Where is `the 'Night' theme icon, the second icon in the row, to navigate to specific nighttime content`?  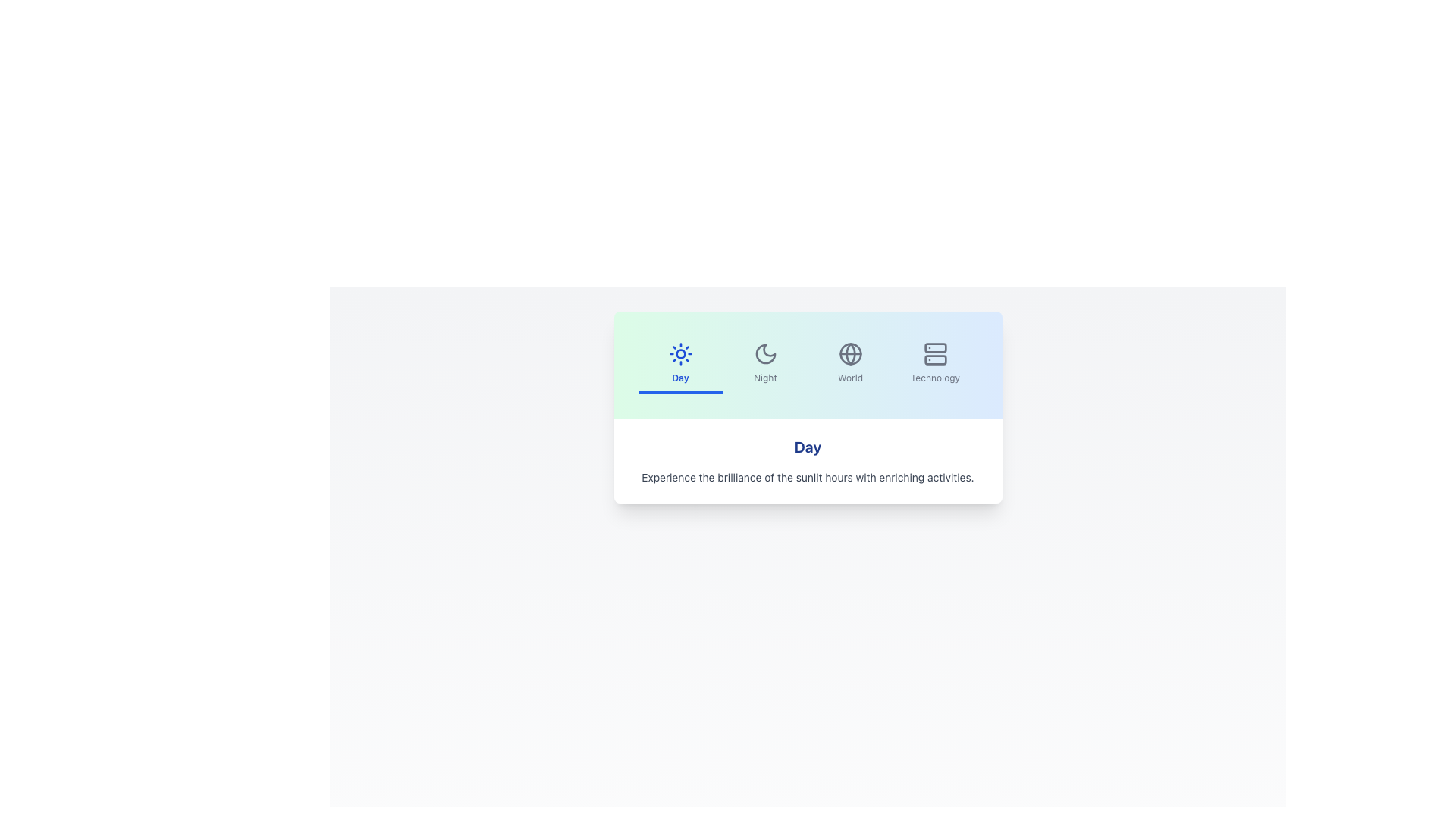
the 'Night' theme icon, the second icon in the row, to navigate to specific nighttime content is located at coordinates (765, 353).